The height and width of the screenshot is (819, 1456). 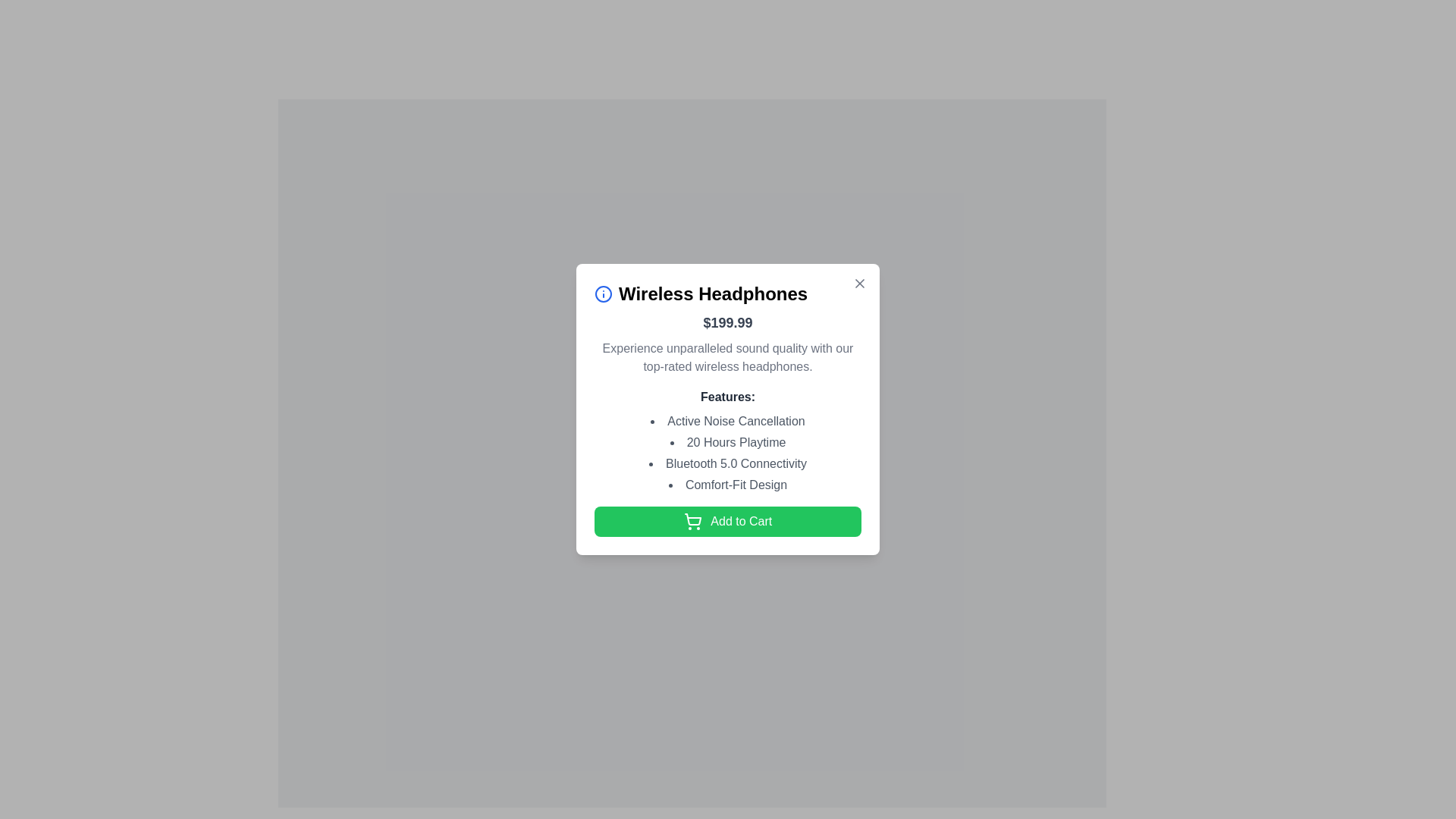 What do you see at coordinates (691, 509) in the screenshot?
I see `the button that allows users` at bounding box center [691, 509].